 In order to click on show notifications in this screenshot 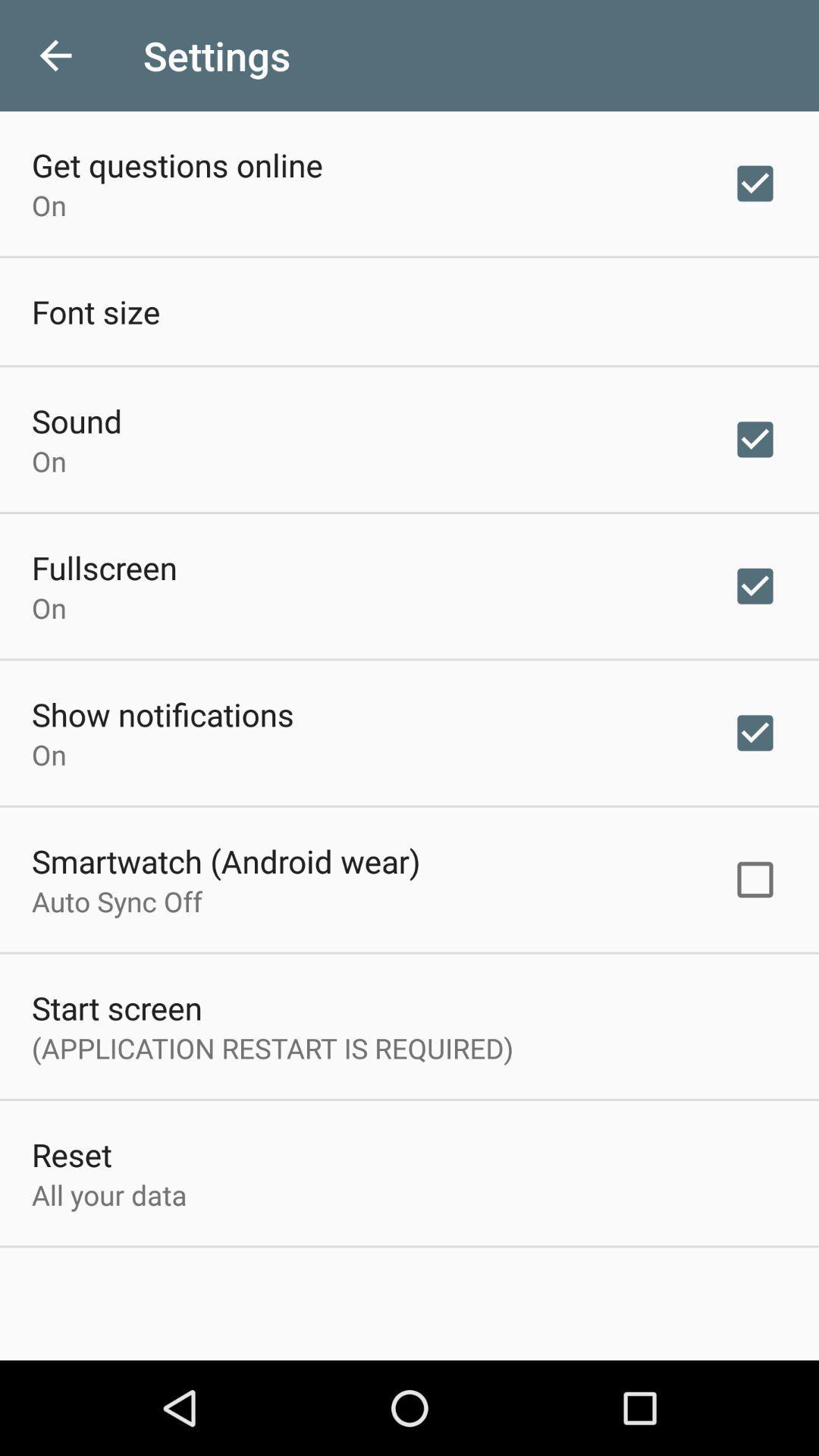, I will do `click(162, 713)`.